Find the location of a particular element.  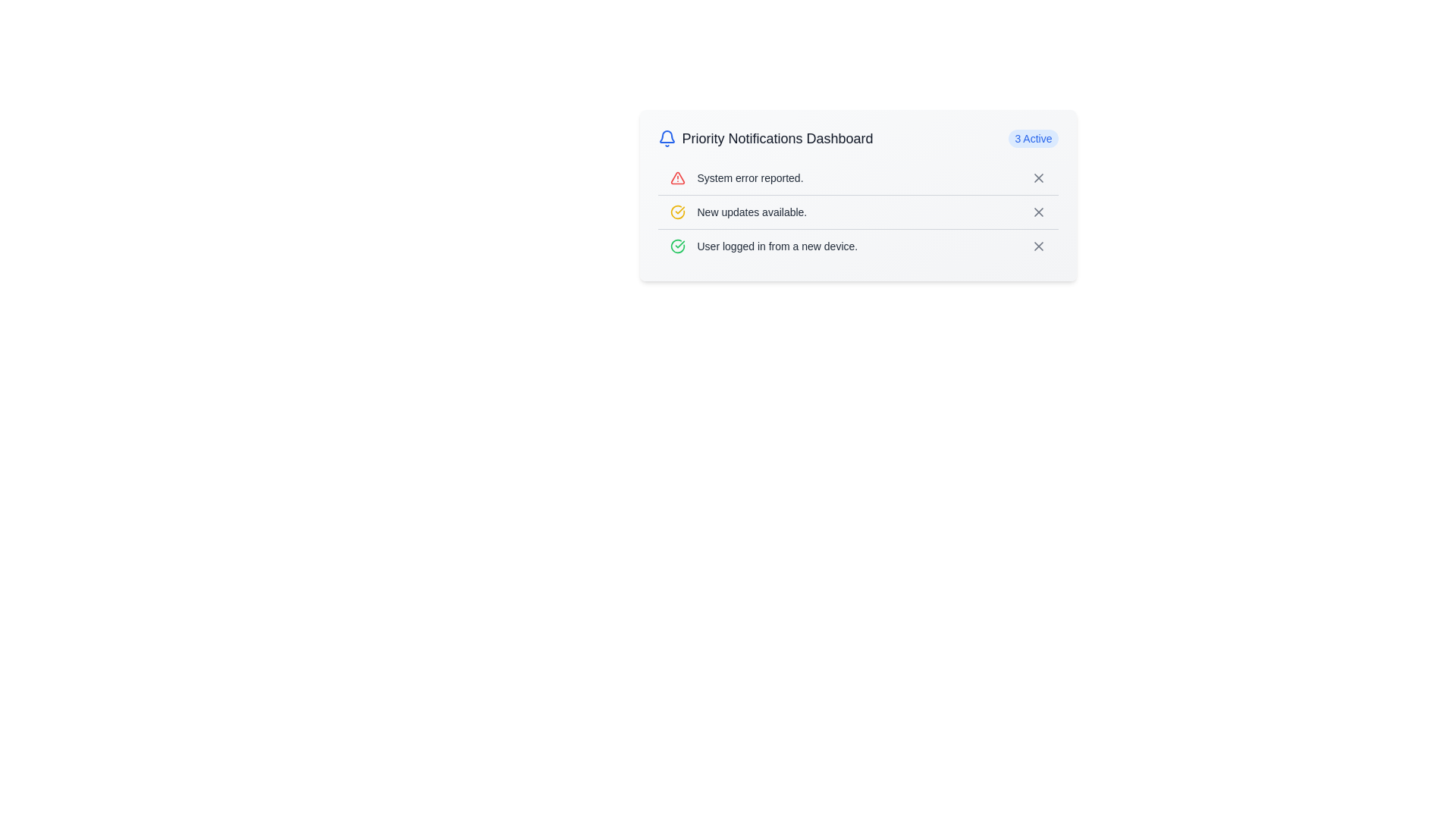

the close icon located in the upper-right section of the notification box is located at coordinates (1037, 177).